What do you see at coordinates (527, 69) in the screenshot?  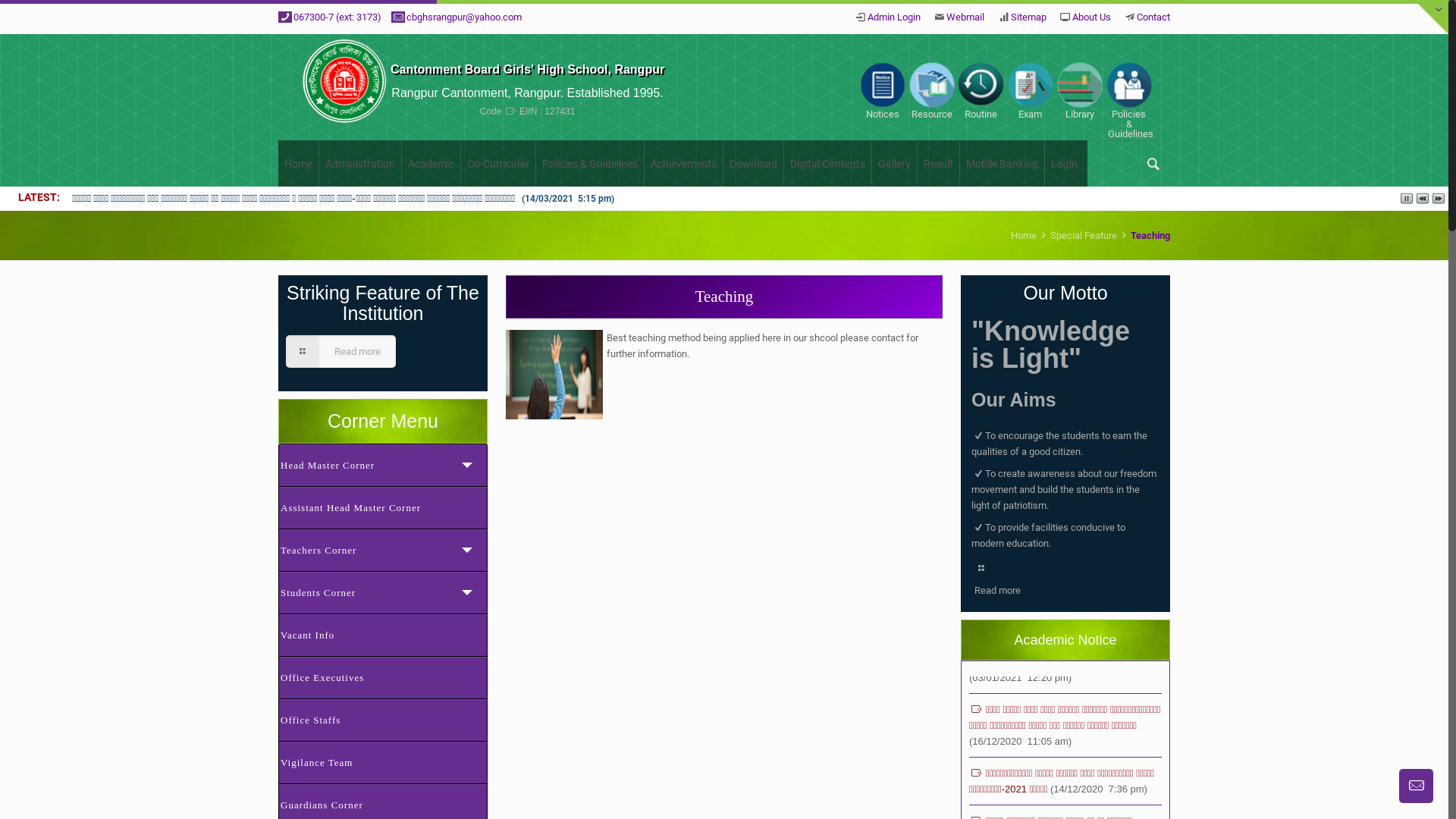 I see `'Cantonment Board Girls' High School, Rangpur'` at bounding box center [527, 69].